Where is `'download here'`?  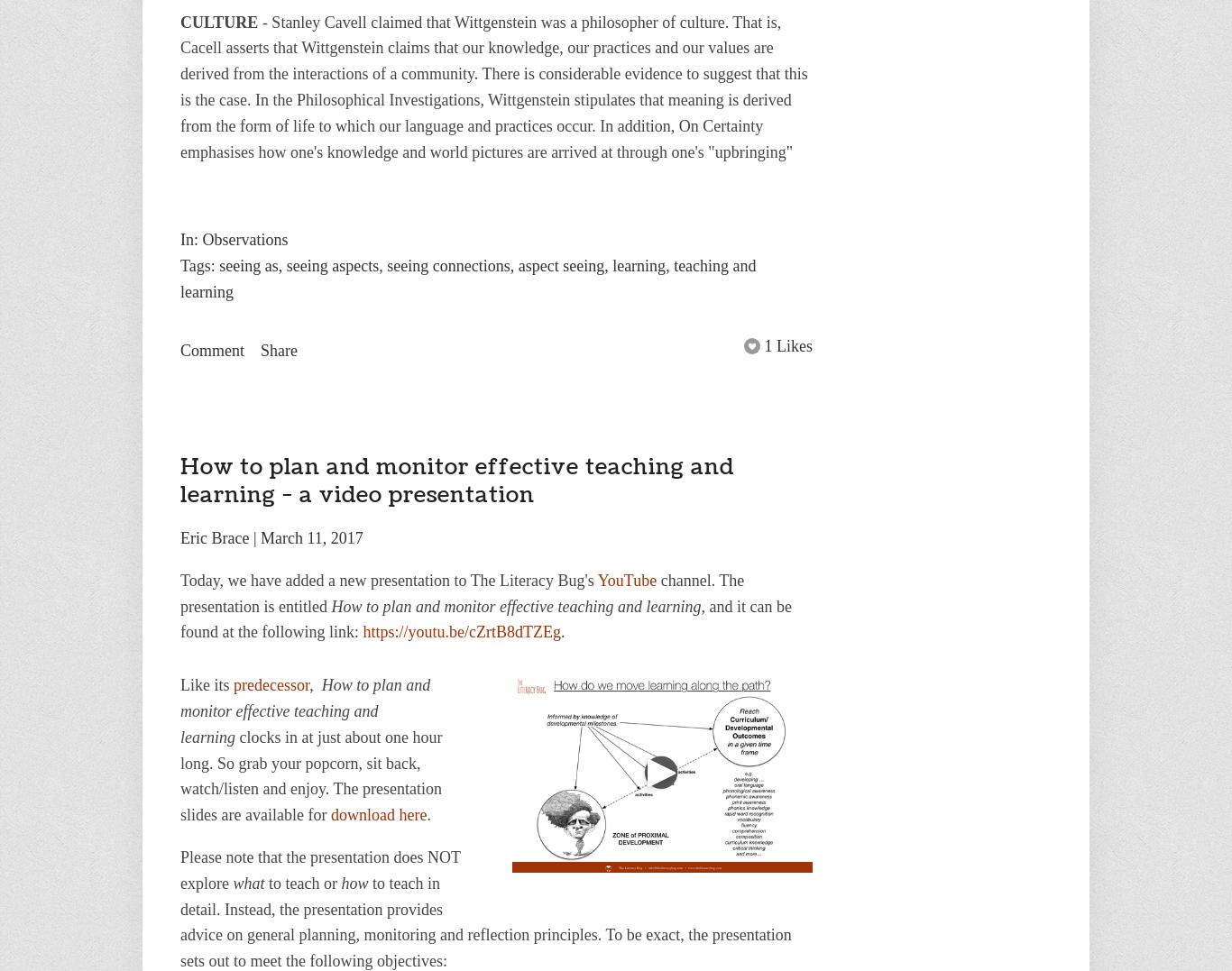
'download here' is located at coordinates (377, 815).